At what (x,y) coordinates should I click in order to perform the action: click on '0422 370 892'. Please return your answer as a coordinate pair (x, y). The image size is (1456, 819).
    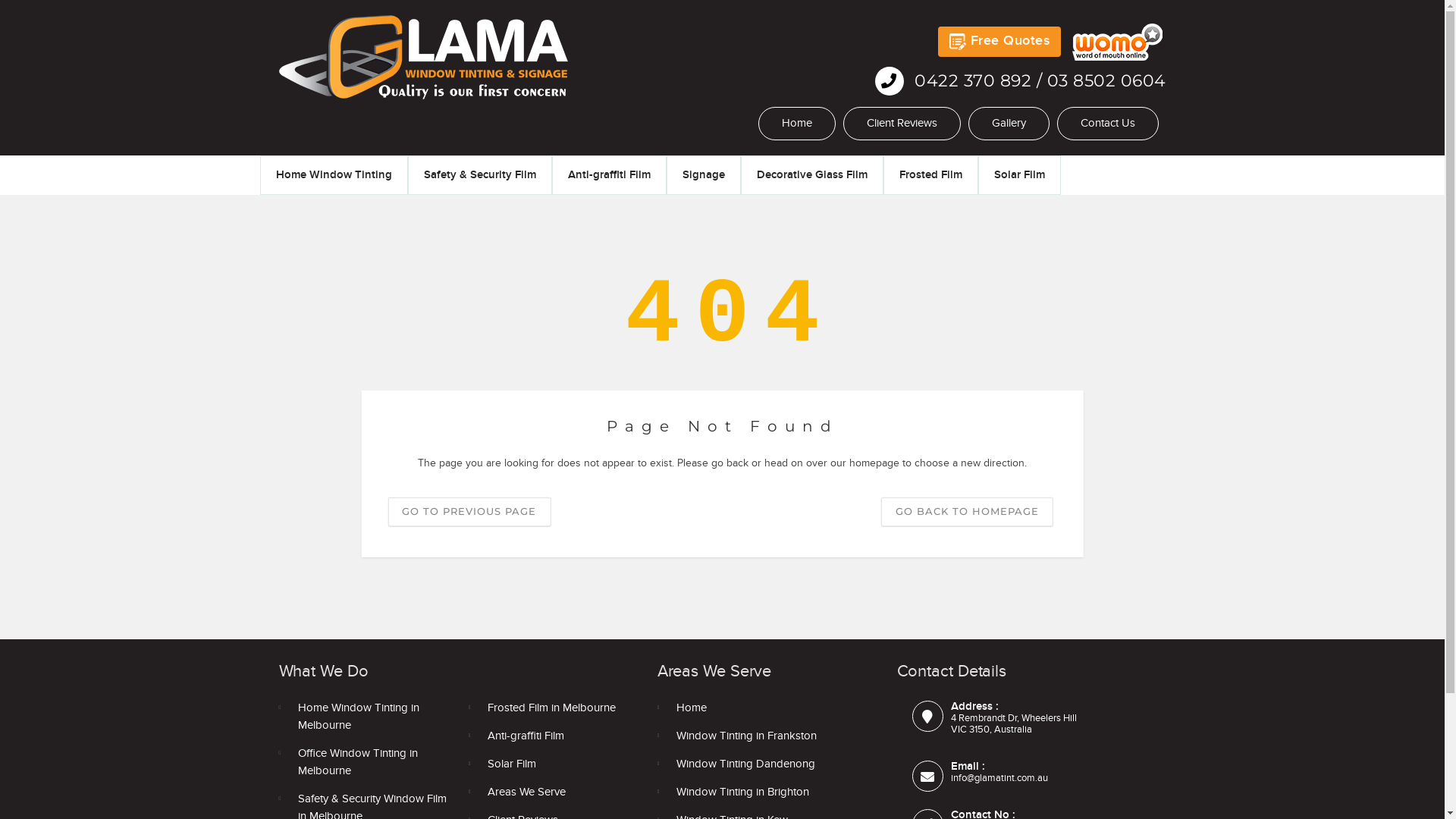
    Looking at the image, I should click on (975, 80).